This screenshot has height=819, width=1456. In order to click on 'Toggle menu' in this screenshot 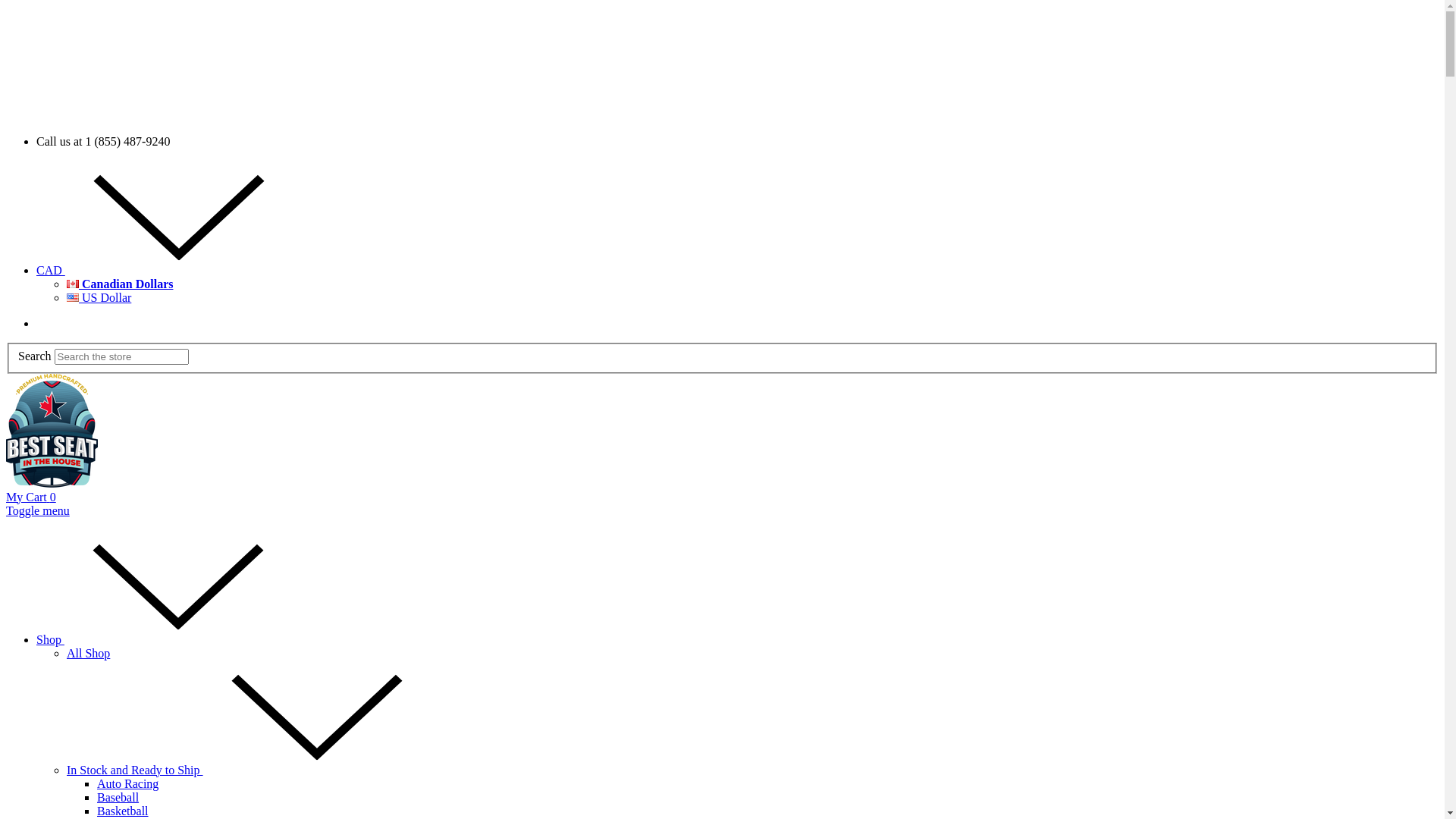, I will do `click(6, 510)`.